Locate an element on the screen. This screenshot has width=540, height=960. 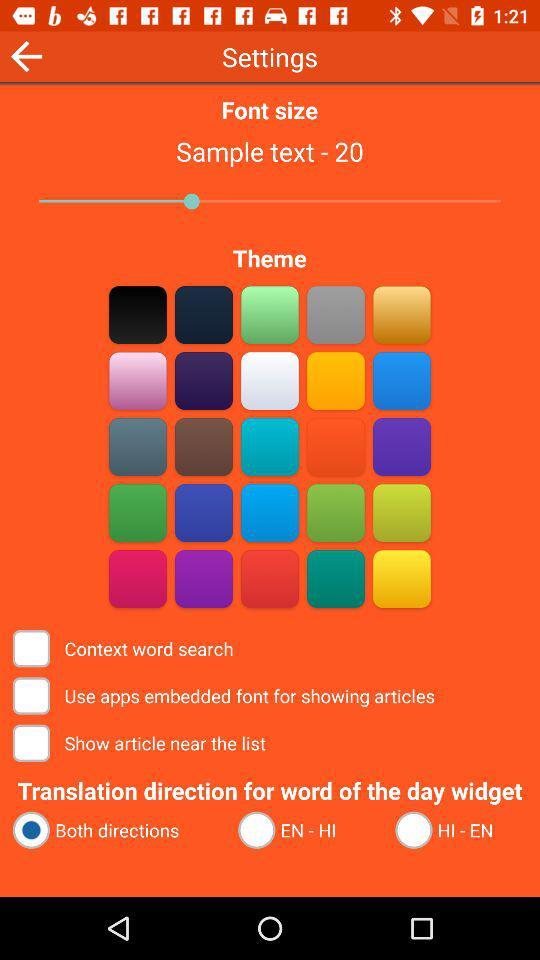
purple option is located at coordinates (203, 578).